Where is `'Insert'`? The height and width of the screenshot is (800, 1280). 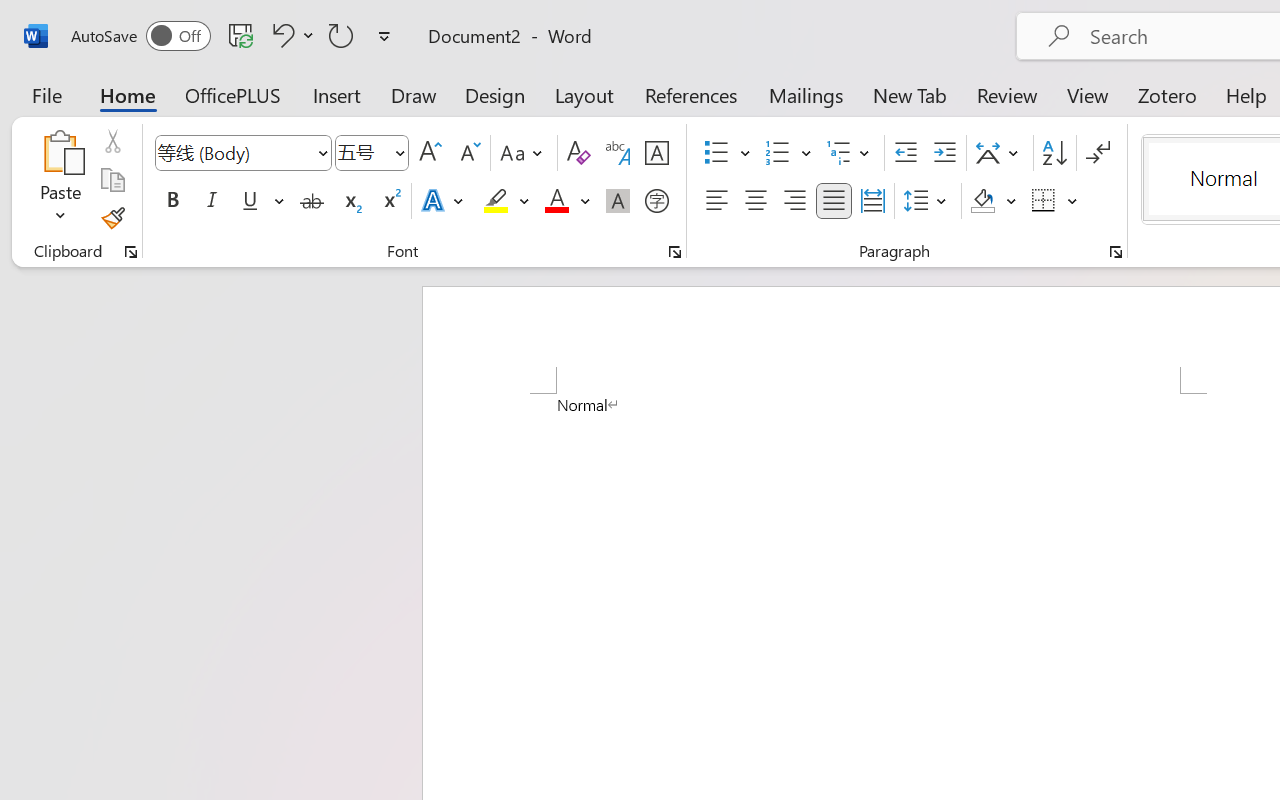
'Insert' is located at coordinates (337, 94).